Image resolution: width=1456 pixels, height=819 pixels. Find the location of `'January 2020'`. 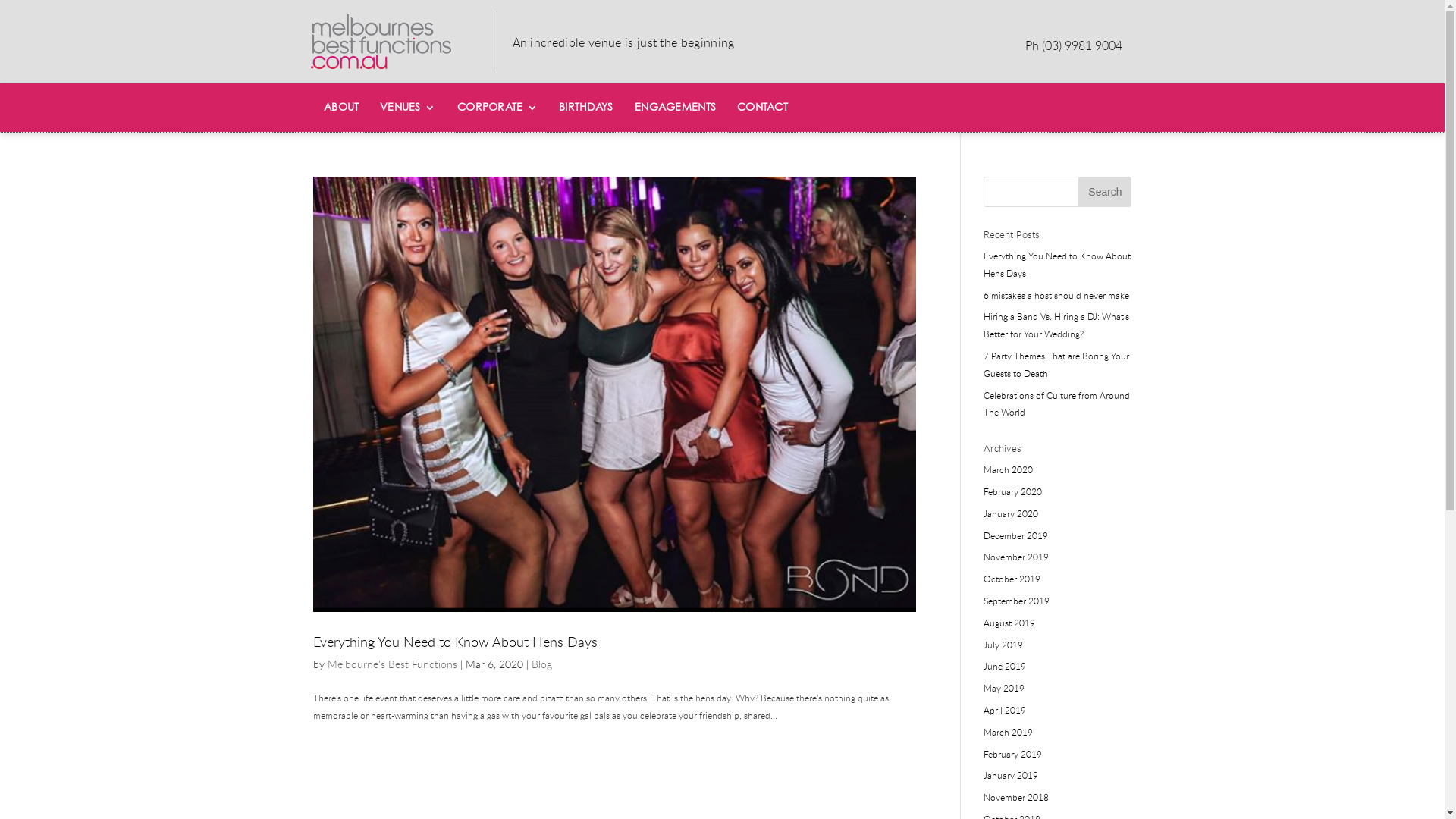

'January 2020' is located at coordinates (1011, 513).